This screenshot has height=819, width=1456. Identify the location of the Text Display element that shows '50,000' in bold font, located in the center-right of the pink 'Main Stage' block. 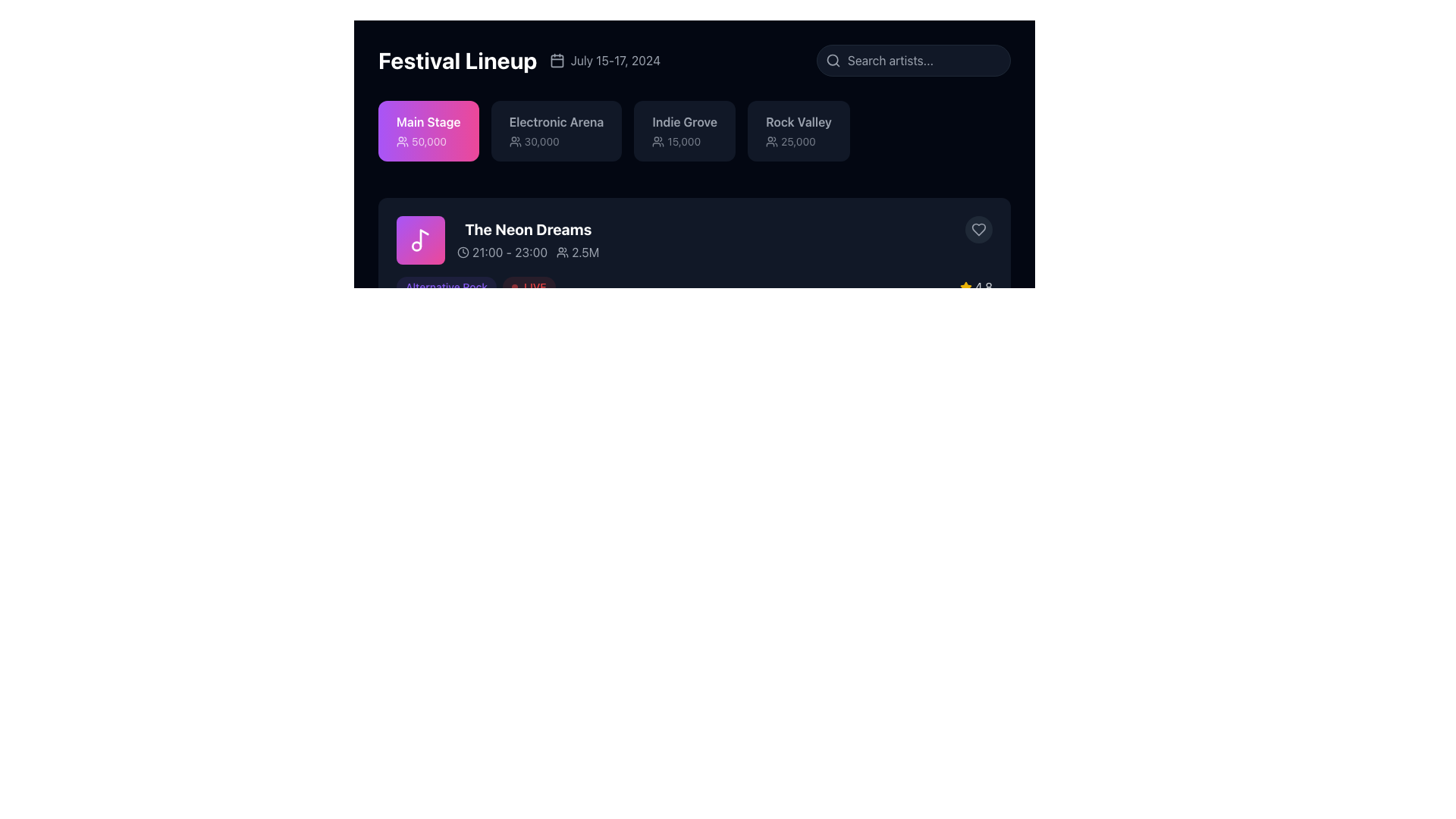
(428, 141).